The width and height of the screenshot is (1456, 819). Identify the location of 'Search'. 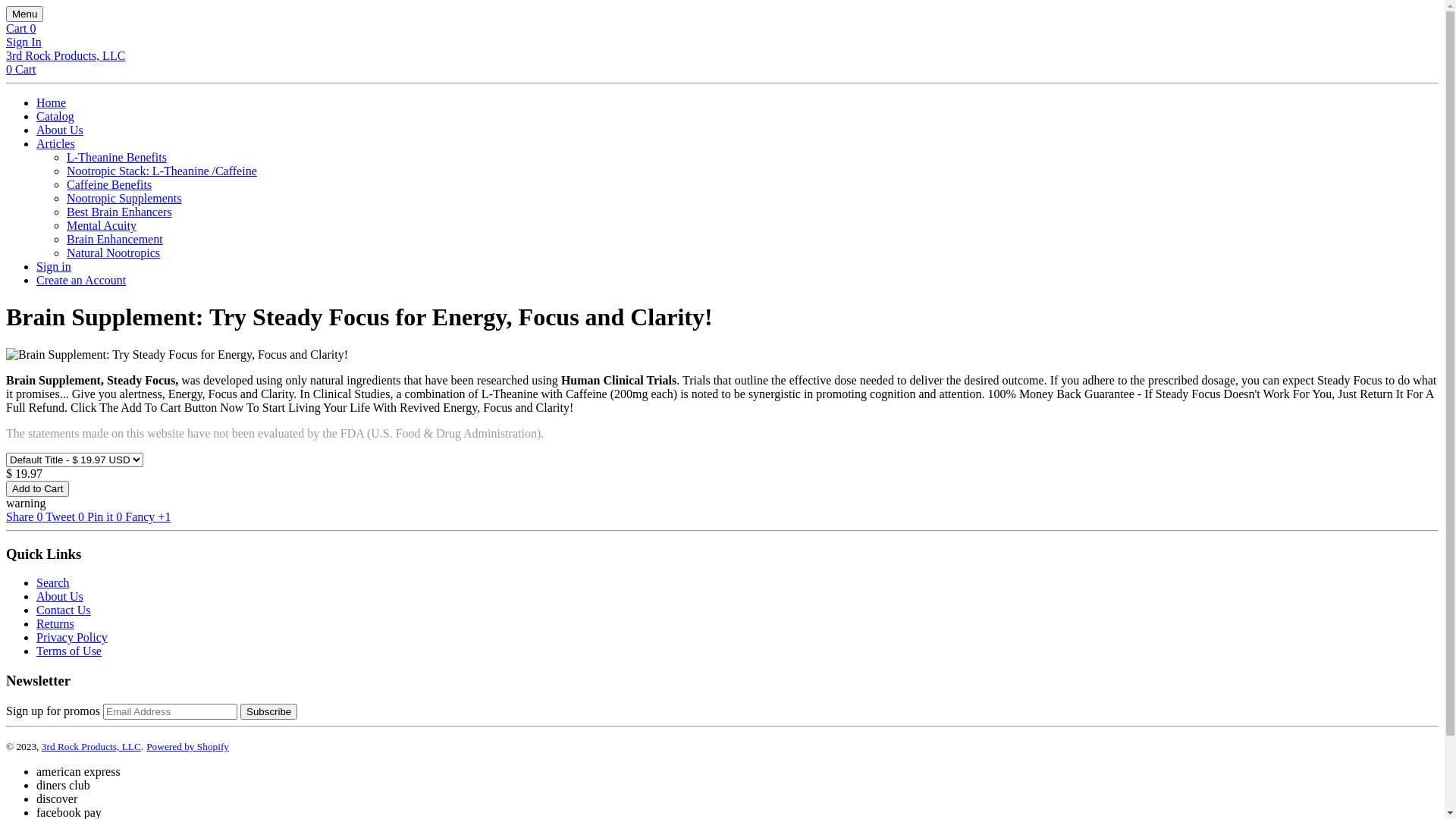
(53, 582).